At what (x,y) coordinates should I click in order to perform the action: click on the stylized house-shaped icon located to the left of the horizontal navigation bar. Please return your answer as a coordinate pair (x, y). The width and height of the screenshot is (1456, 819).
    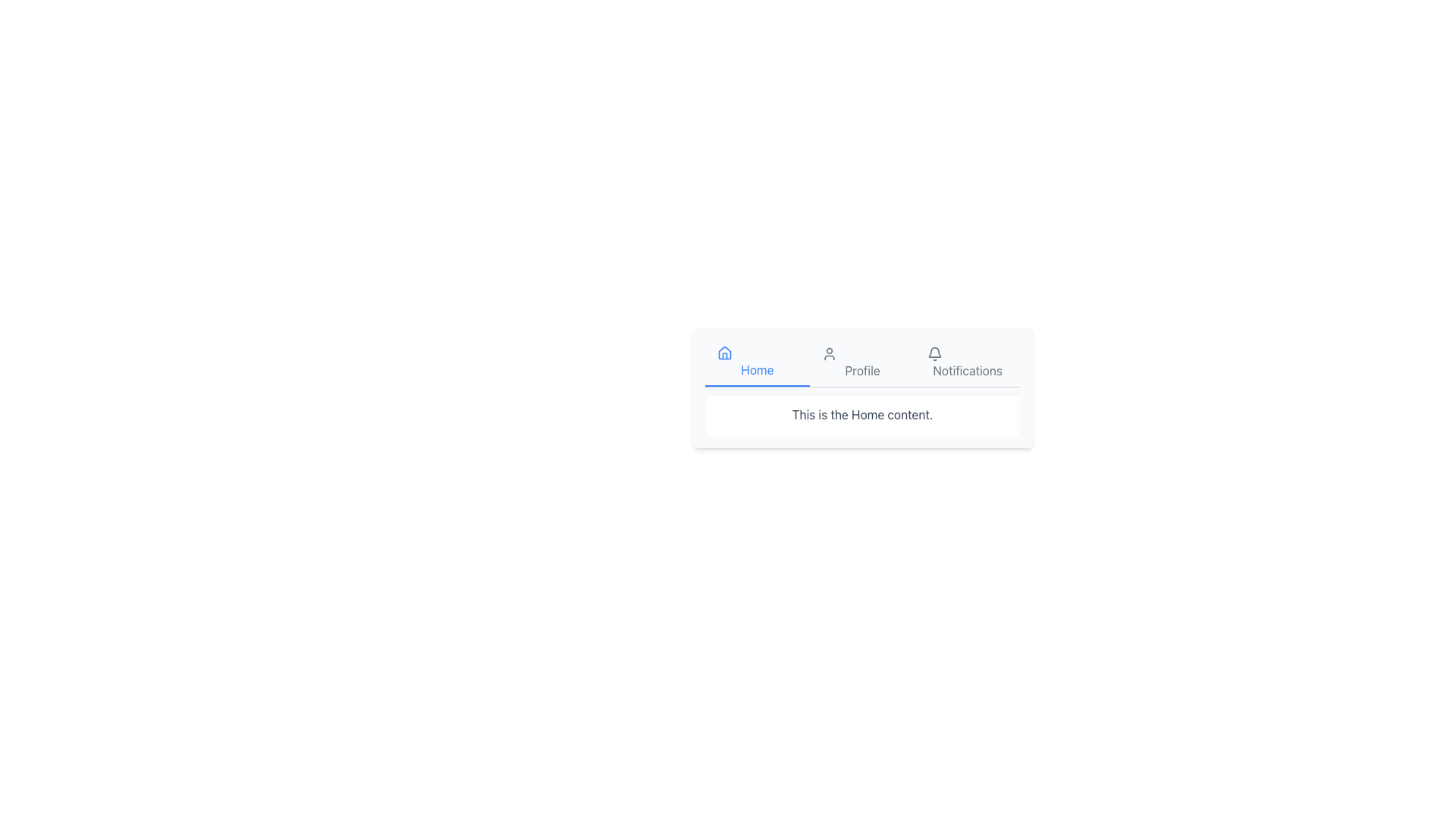
    Looking at the image, I should click on (723, 353).